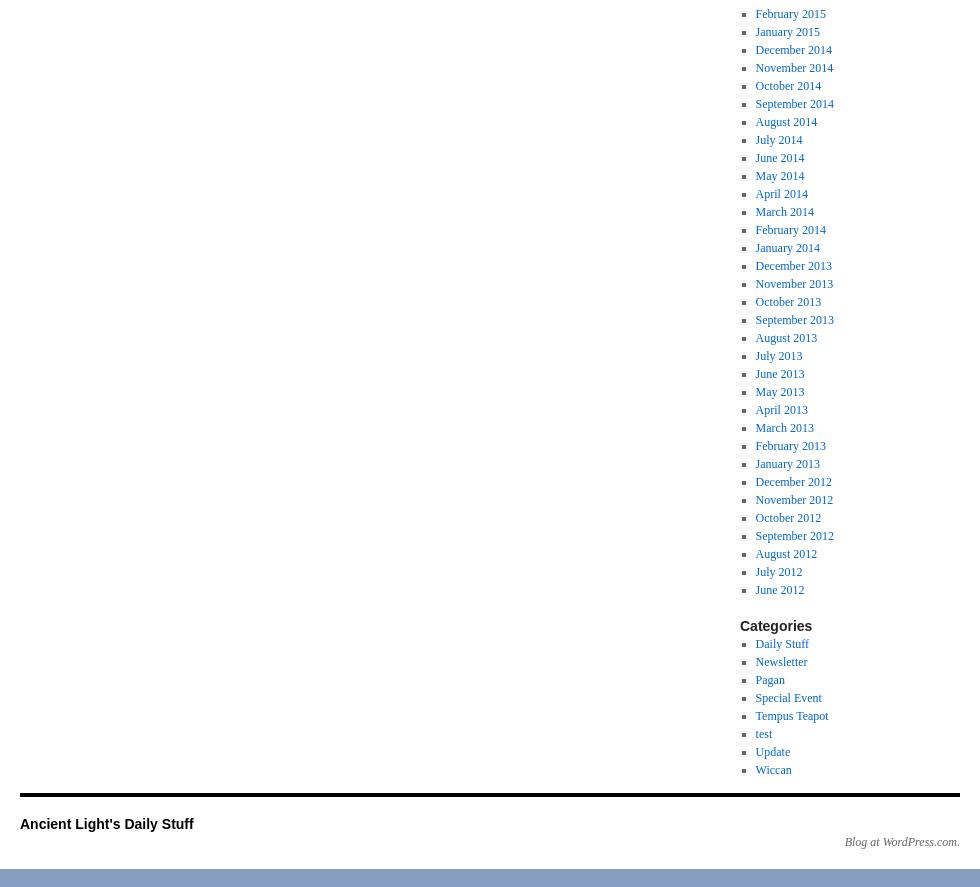 Image resolution: width=980 pixels, height=887 pixels. Describe the element at coordinates (784, 211) in the screenshot. I see `'March 2014'` at that location.